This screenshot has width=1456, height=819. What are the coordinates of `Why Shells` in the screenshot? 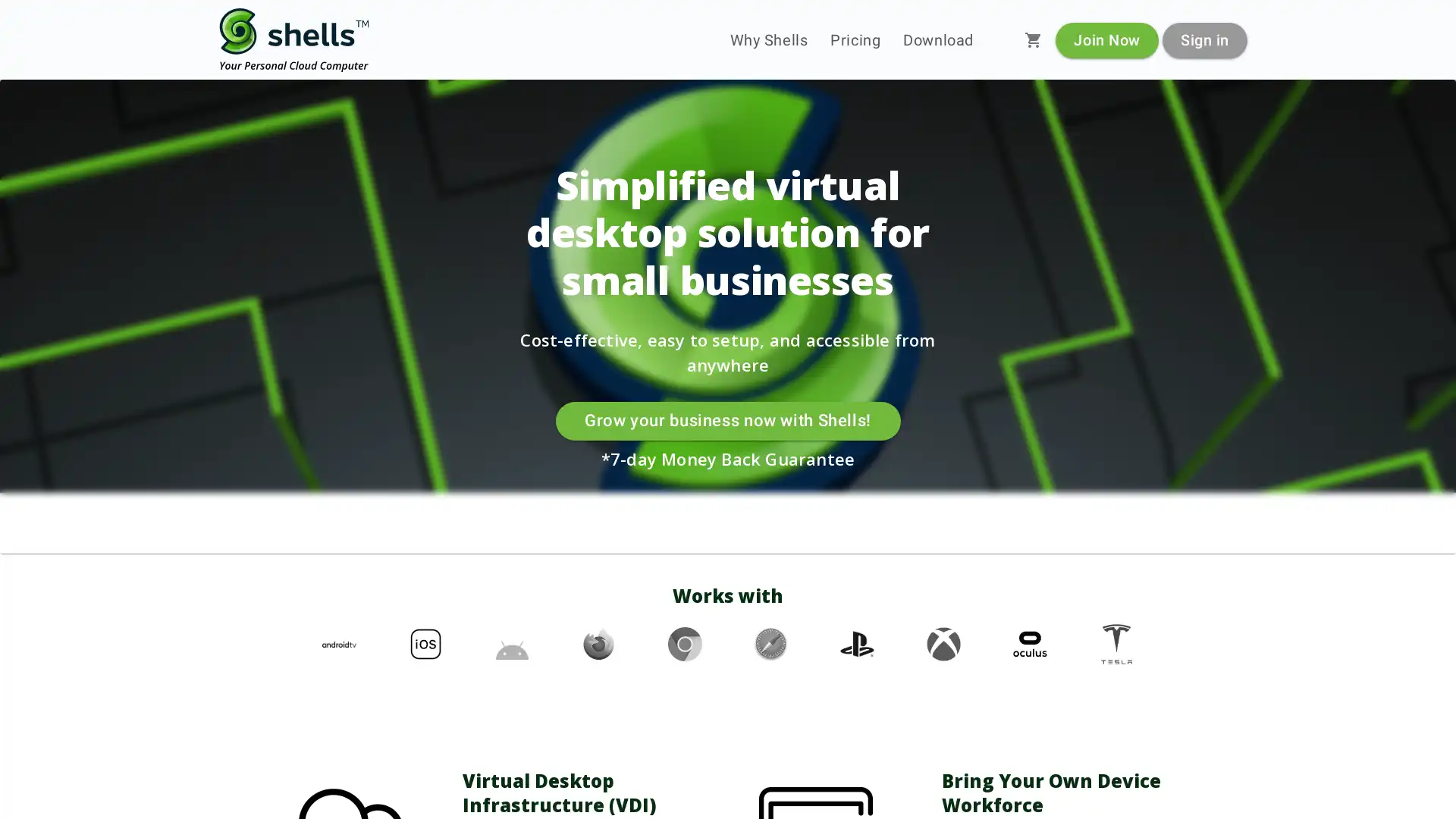 It's located at (768, 39).